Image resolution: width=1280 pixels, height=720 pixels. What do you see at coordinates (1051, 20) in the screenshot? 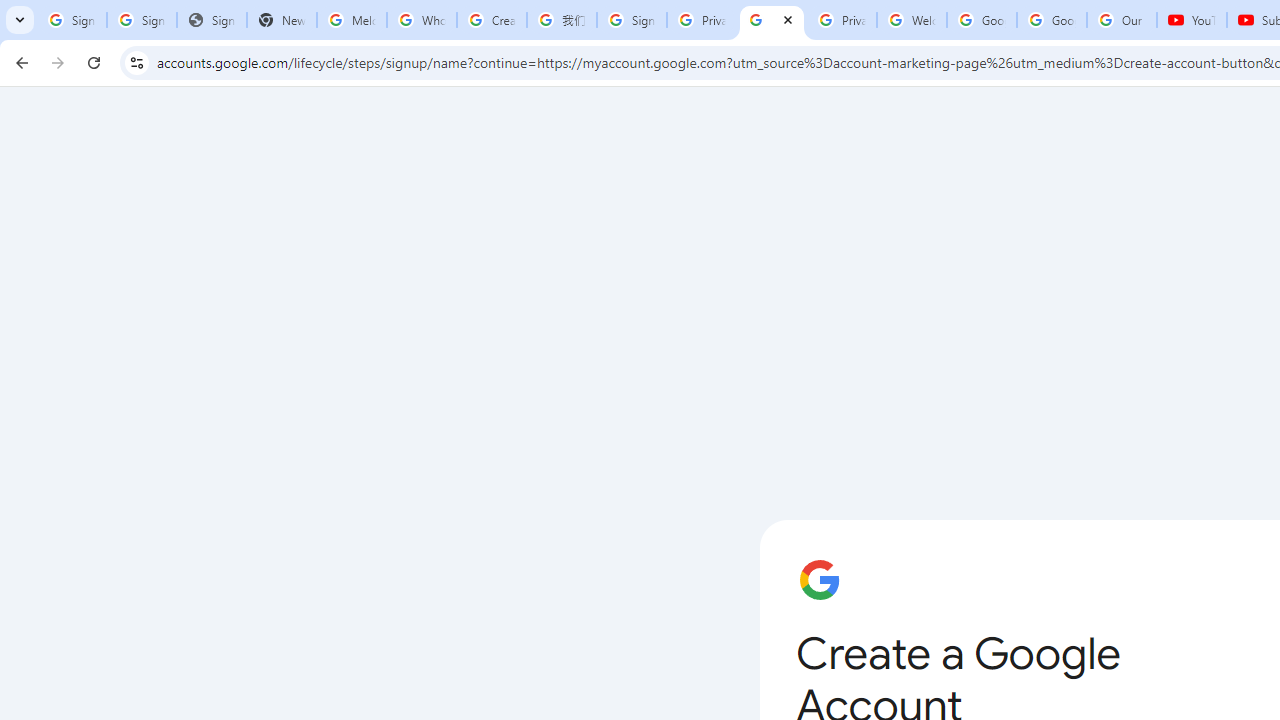
I see `'Google Account'` at bounding box center [1051, 20].